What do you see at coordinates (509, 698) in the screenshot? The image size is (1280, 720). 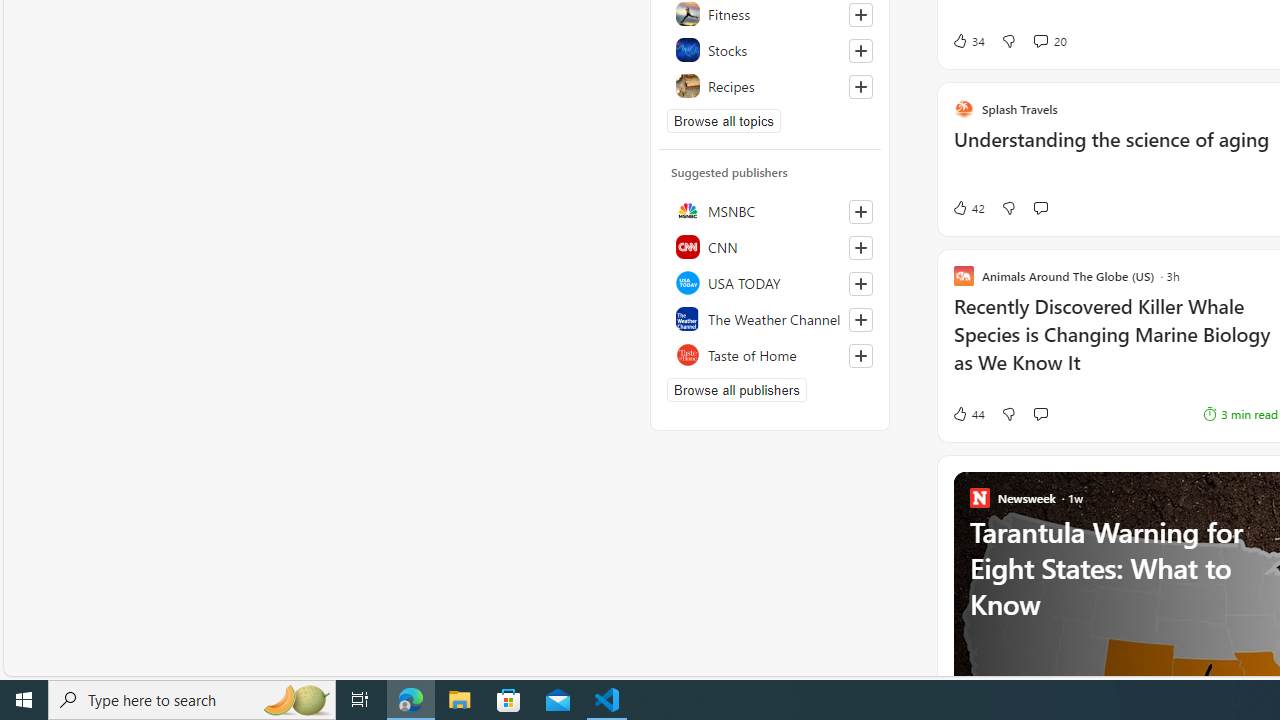 I see `'Microsoft Store'` at bounding box center [509, 698].